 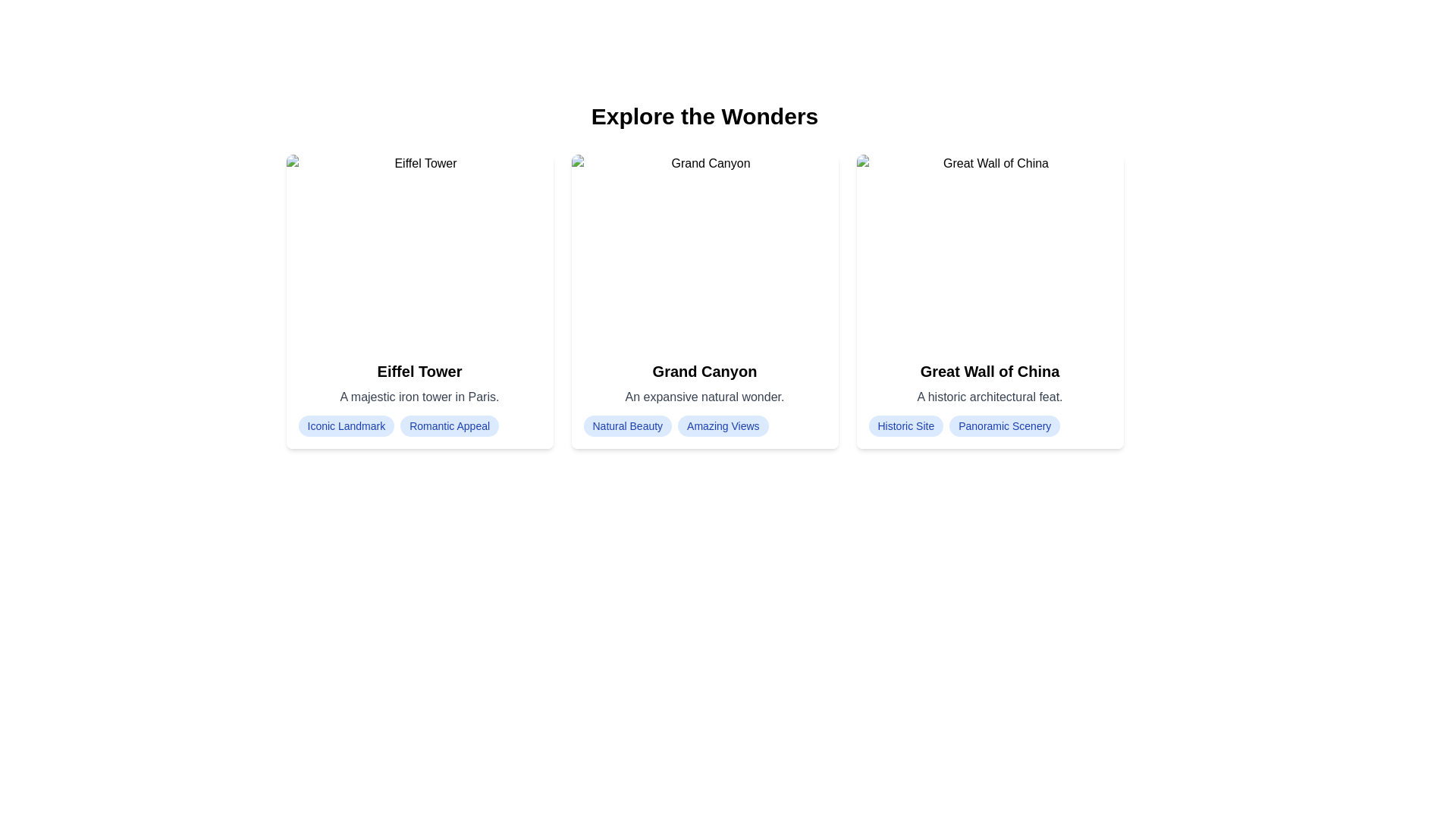 What do you see at coordinates (704, 421) in the screenshot?
I see `the circular button with a white background and an eye icon located at the bottom center of the 'Grand Canyon' card` at bounding box center [704, 421].